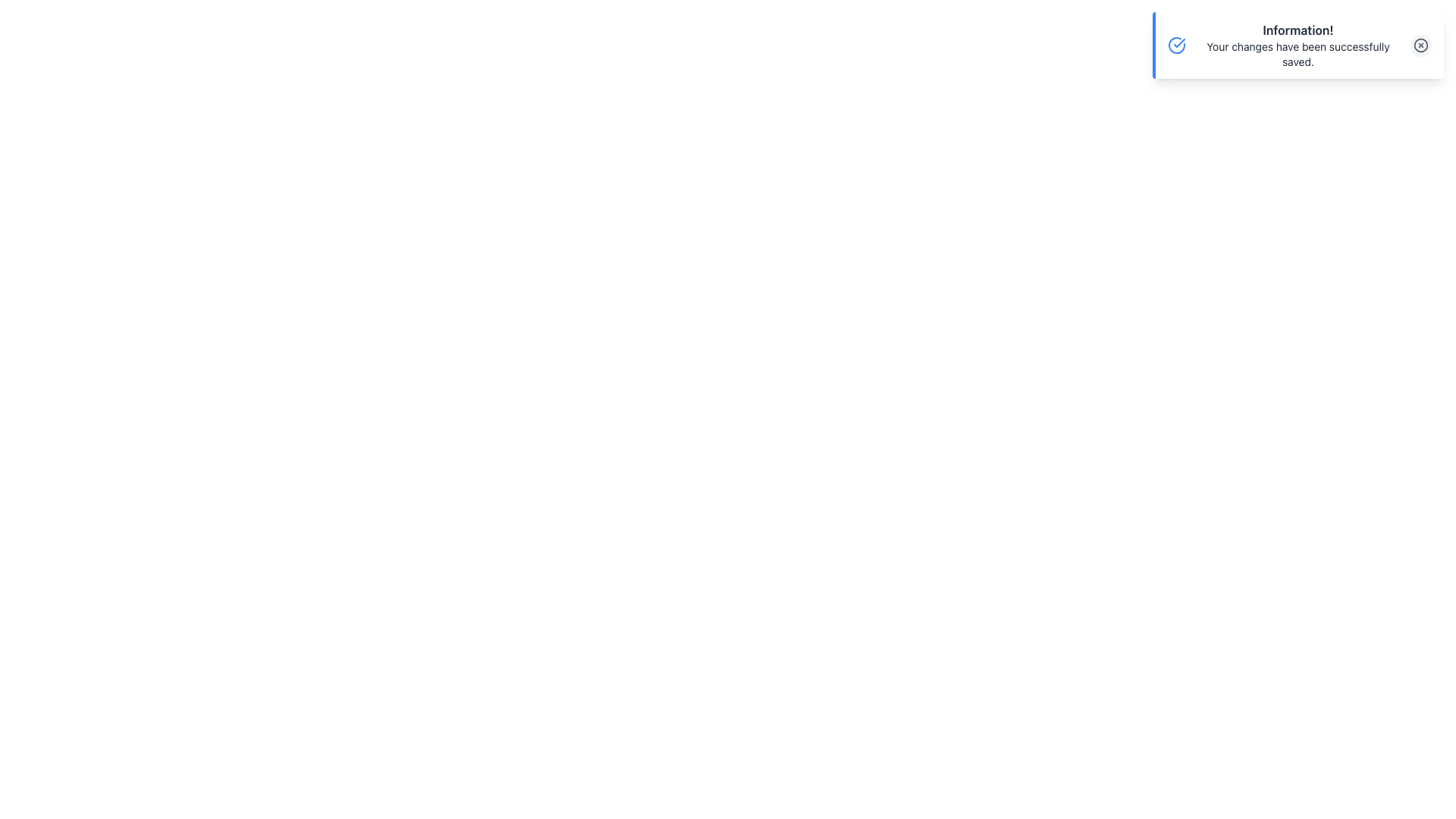 Image resolution: width=1456 pixels, height=819 pixels. Describe the element at coordinates (1298, 30) in the screenshot. I see `bold text label displaying 'Information!' located at the top of the notification area for reading` at that location.